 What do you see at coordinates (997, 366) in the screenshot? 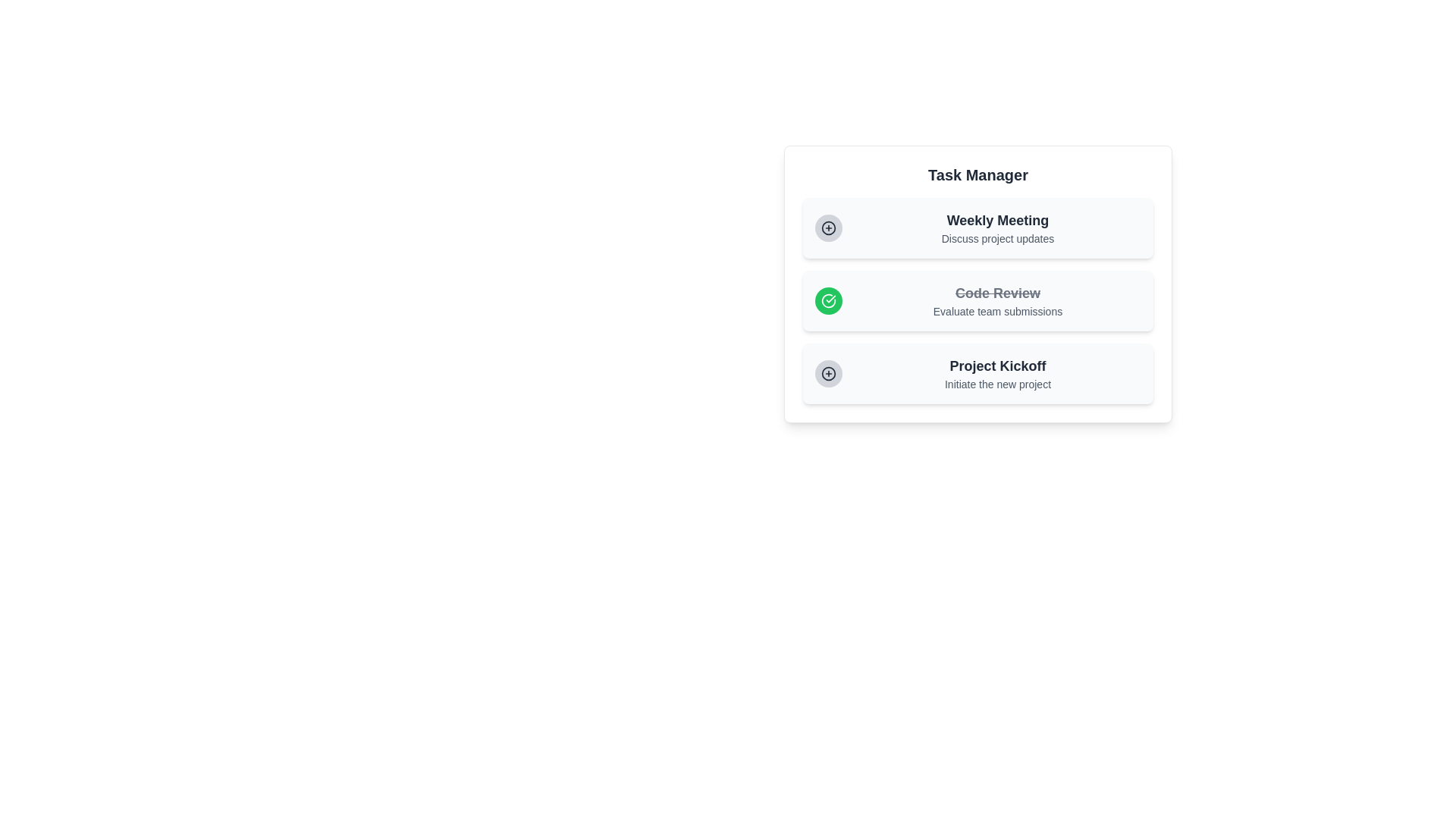
I see `the 'Project Kickoff' text label element, which is displayed in bold and larger font size, located centrally in the 'Task Manager' section above the description 'Initiate the new project'` at bounding box center [997, 366].